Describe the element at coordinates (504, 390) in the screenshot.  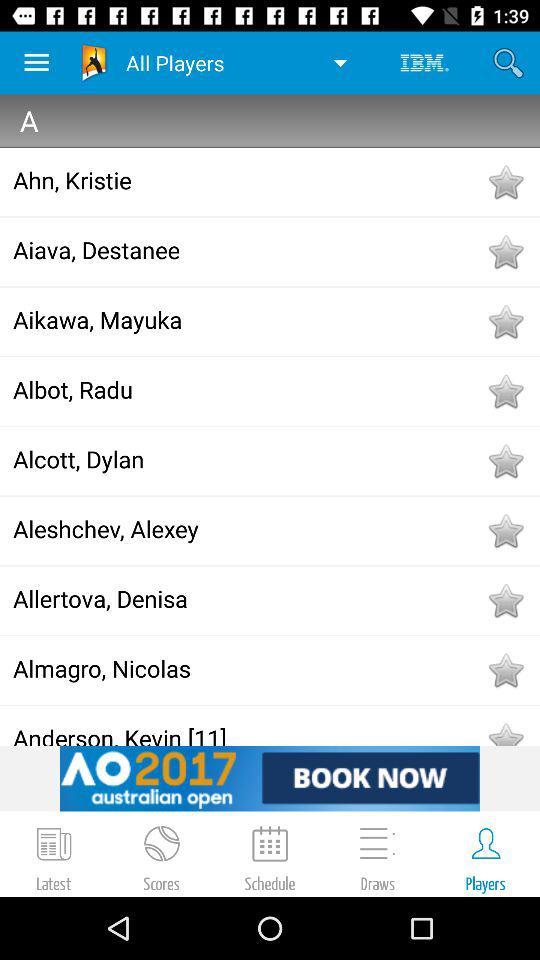
I see `button` at that location.